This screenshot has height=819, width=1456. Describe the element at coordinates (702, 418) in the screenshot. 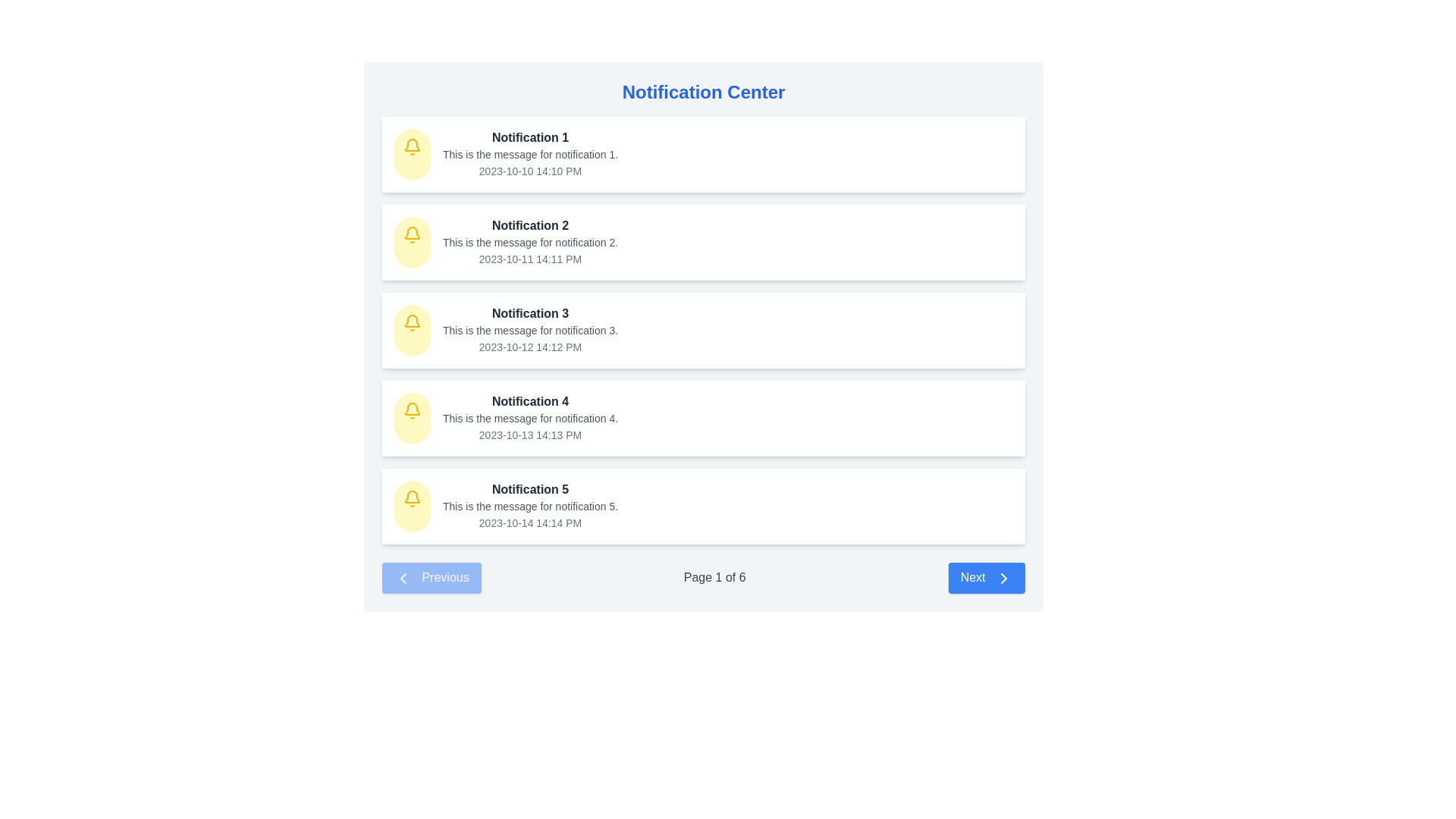

I see `the notification card titled 'Notification 4', which includes a message and timestamp, located at the specified center coordinates` at that location.